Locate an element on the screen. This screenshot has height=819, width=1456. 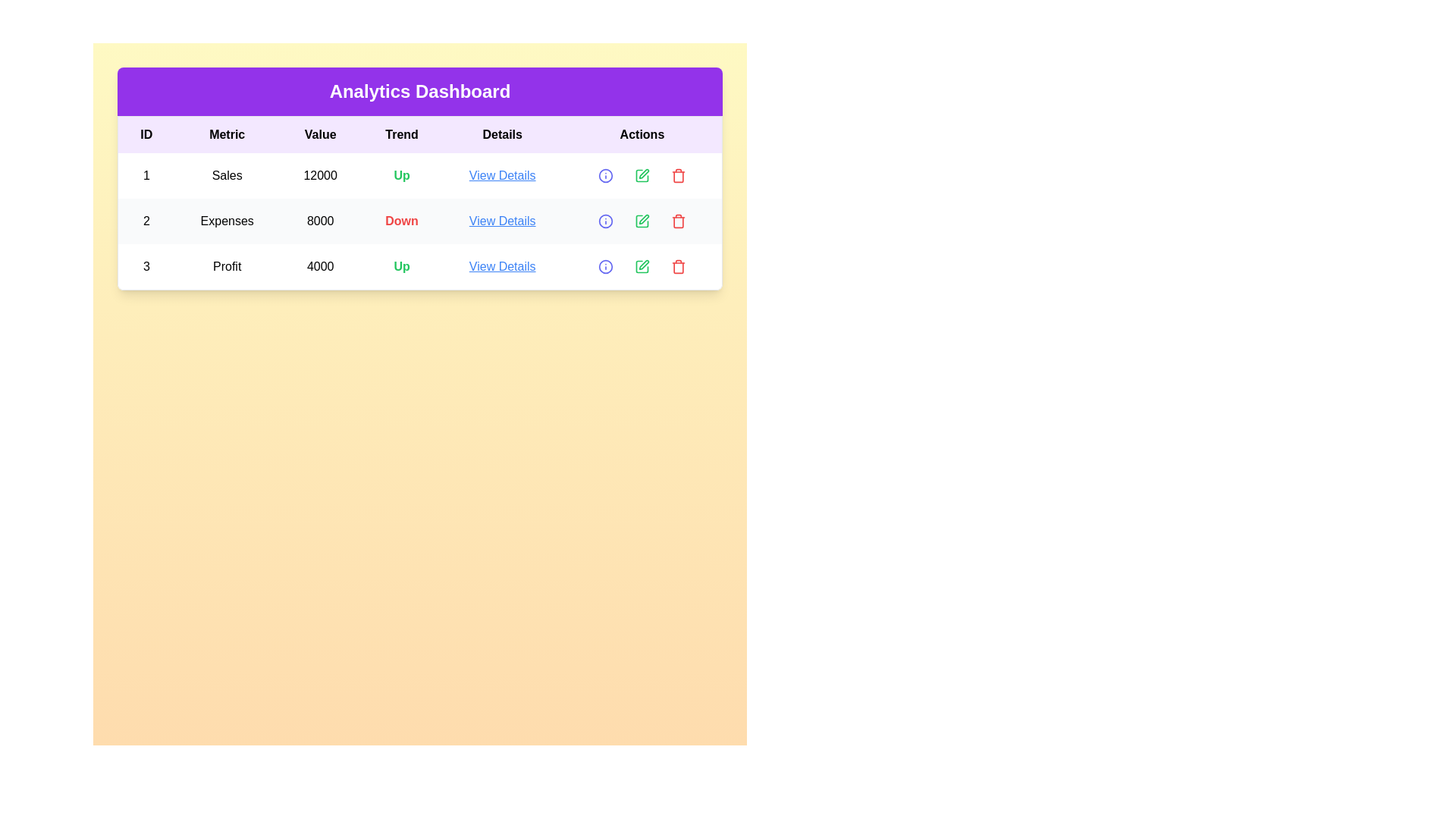
the edit icon in the Actions column of the third row in the Analytics Dashboard table is located at coordinates (642, 174).